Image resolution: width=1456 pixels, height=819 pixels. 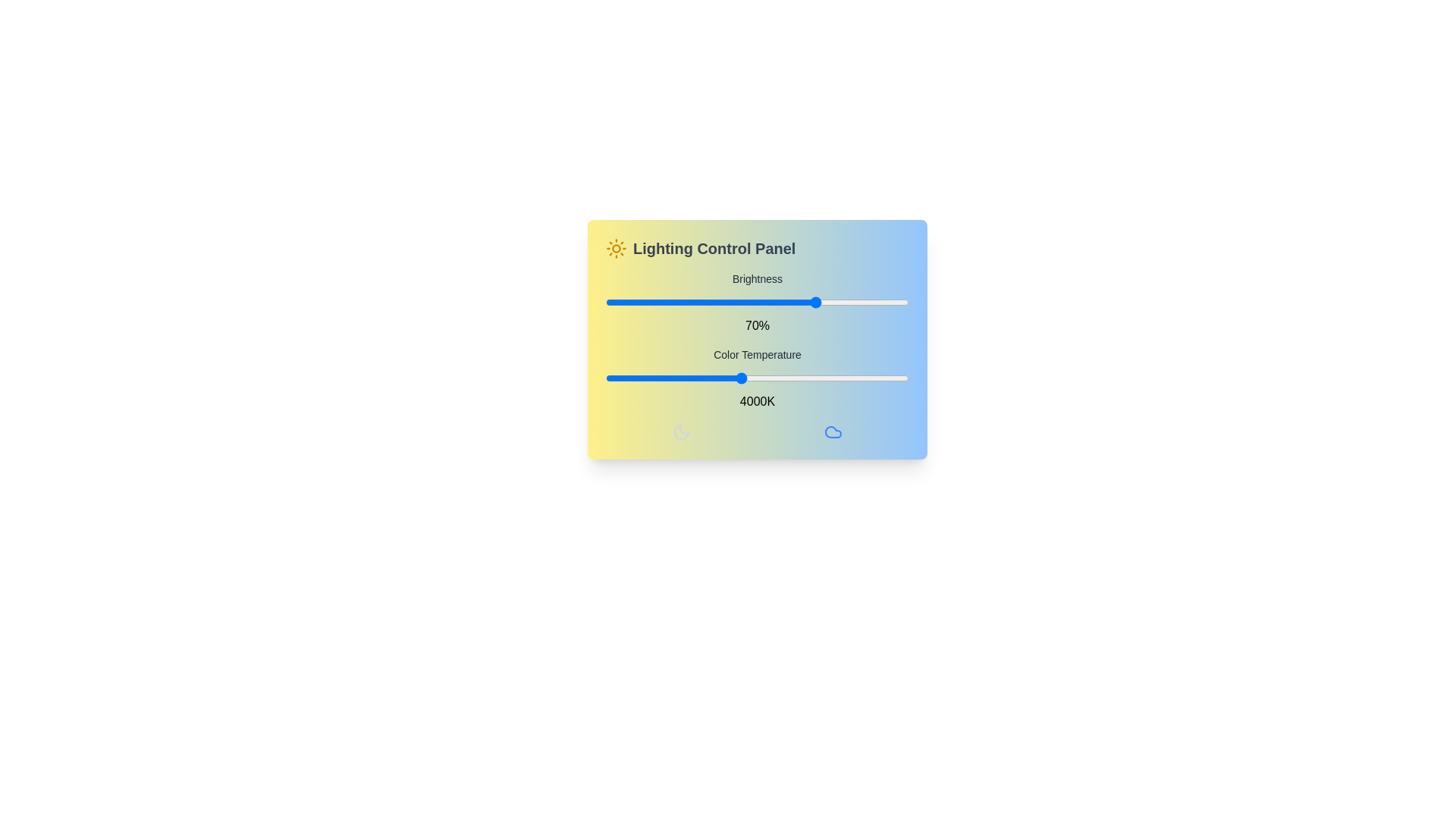 What do you see at coordinates (738, 377) in the screenshot?
I see `the color temperature slider to 3963 K` at bounding box center [738, 377].